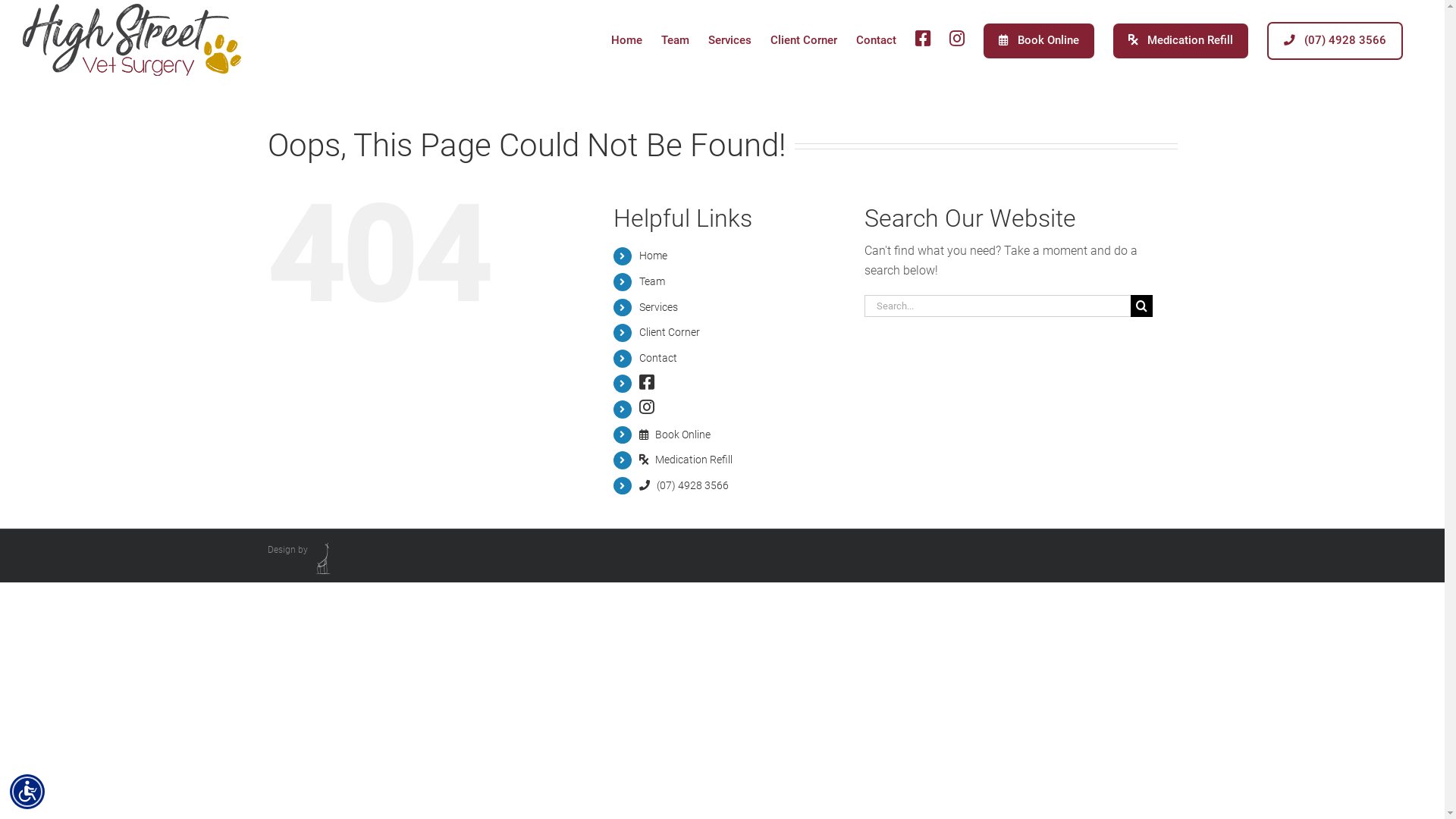 This screenshot has height=819, width=1456. I want to click on 'IG', so click(956, 39).